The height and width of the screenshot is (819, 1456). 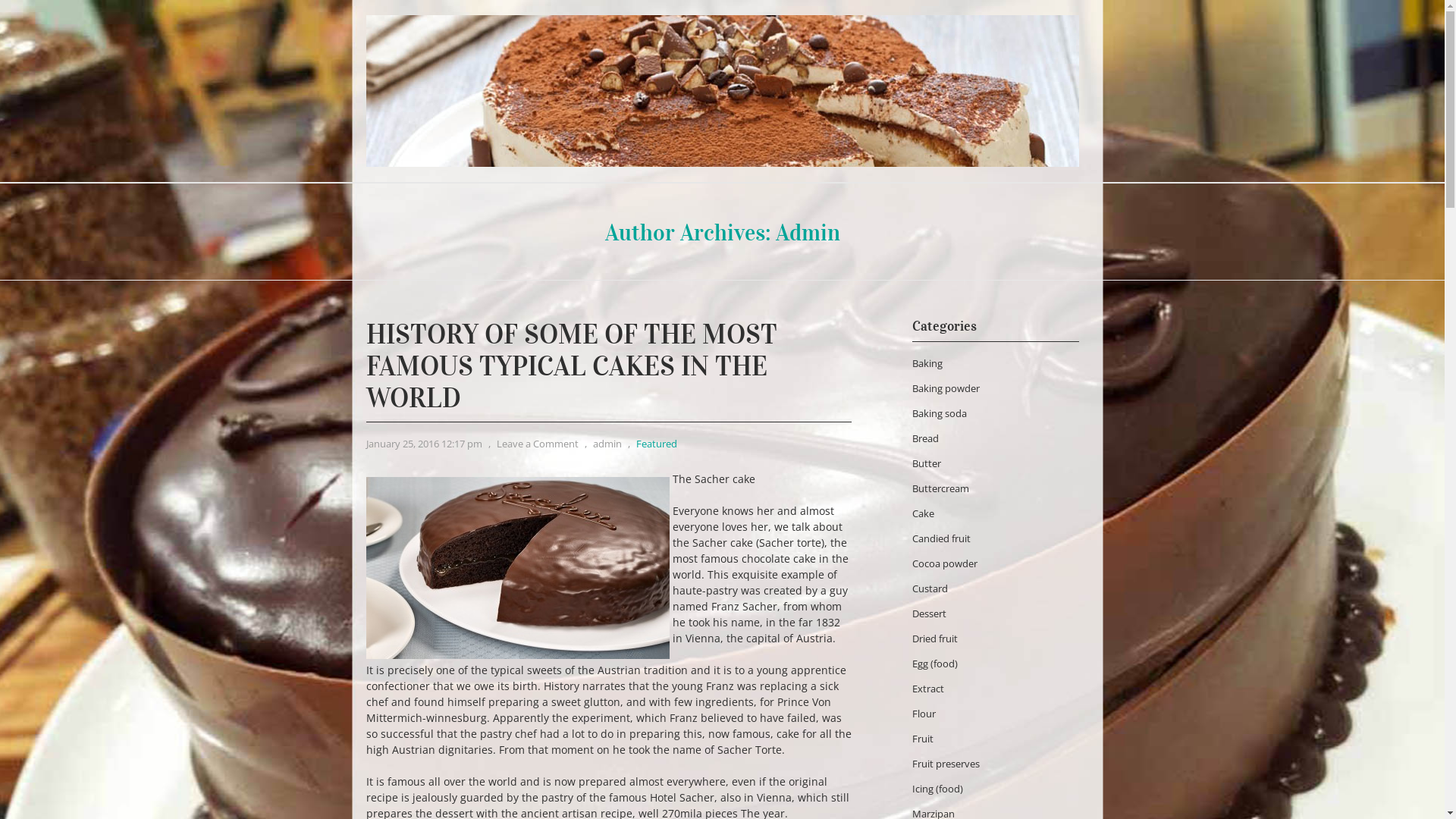 I want to click on 'Leave a Comment', so click(x=537, y=444).